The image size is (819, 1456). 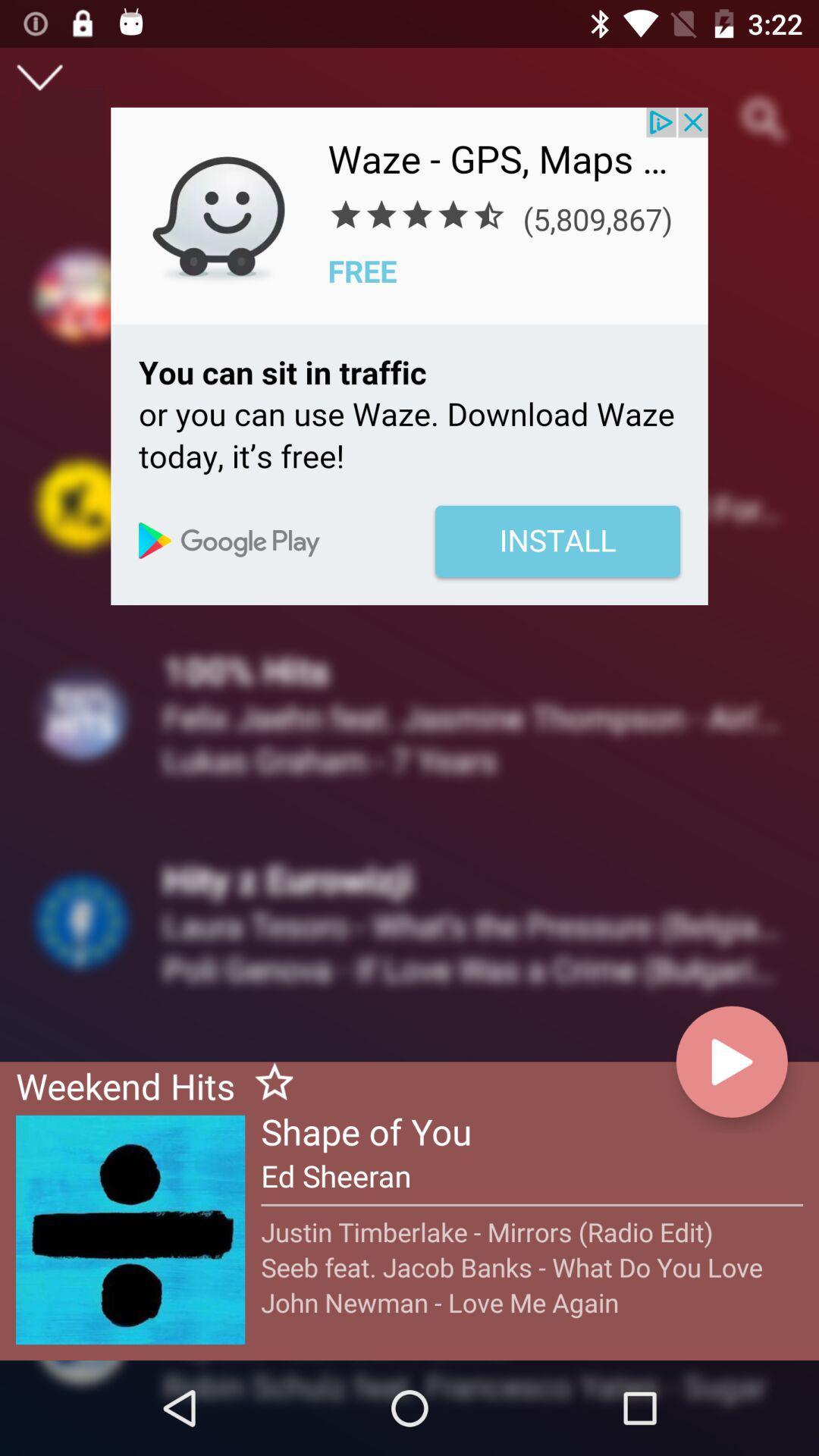 I want to click on down arrow, so click(x=39, y=77).